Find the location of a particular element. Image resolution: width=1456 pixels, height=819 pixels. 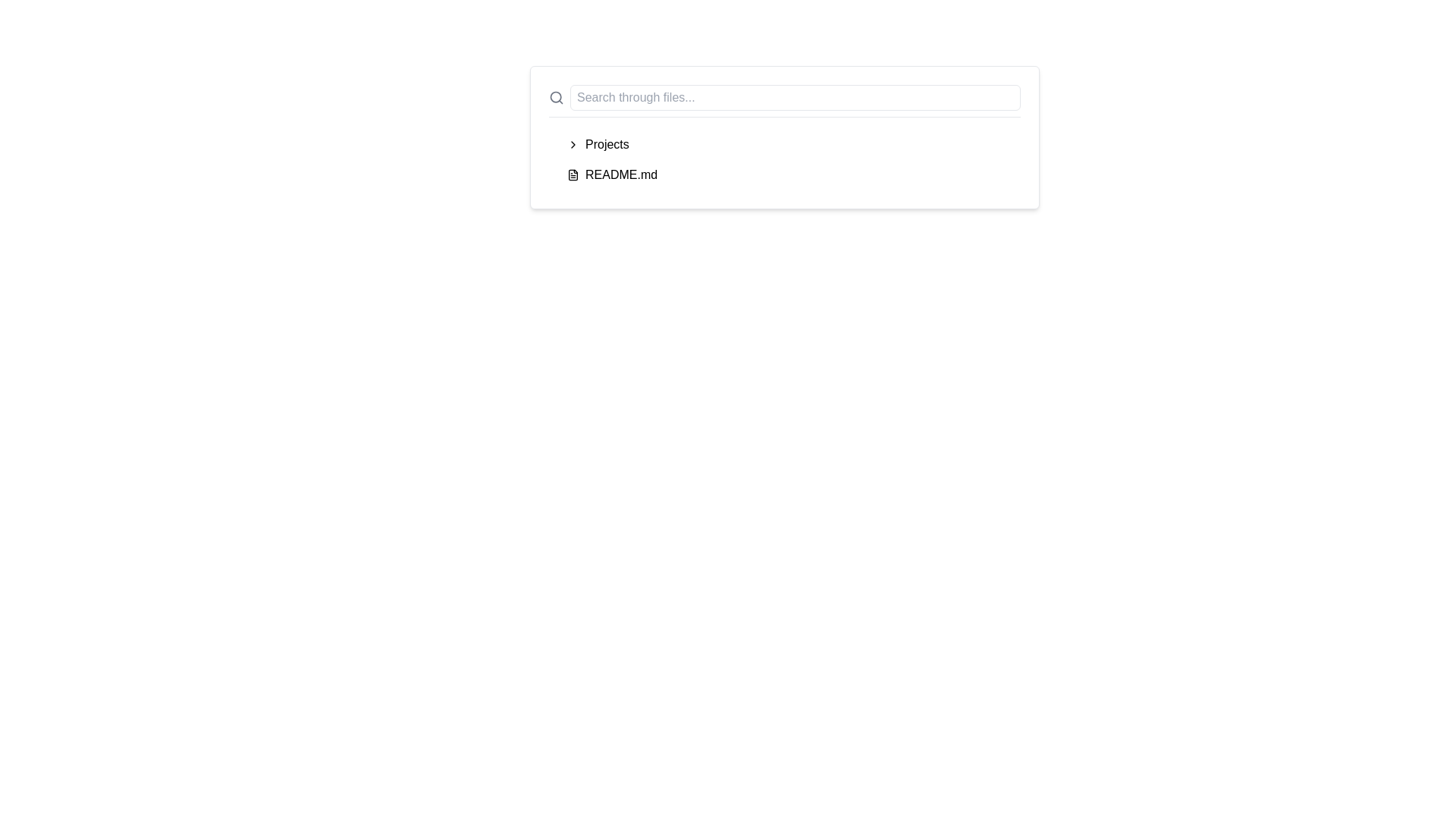

the Search Icon located on the left side of the search input field is located at coordinates (556, 97).